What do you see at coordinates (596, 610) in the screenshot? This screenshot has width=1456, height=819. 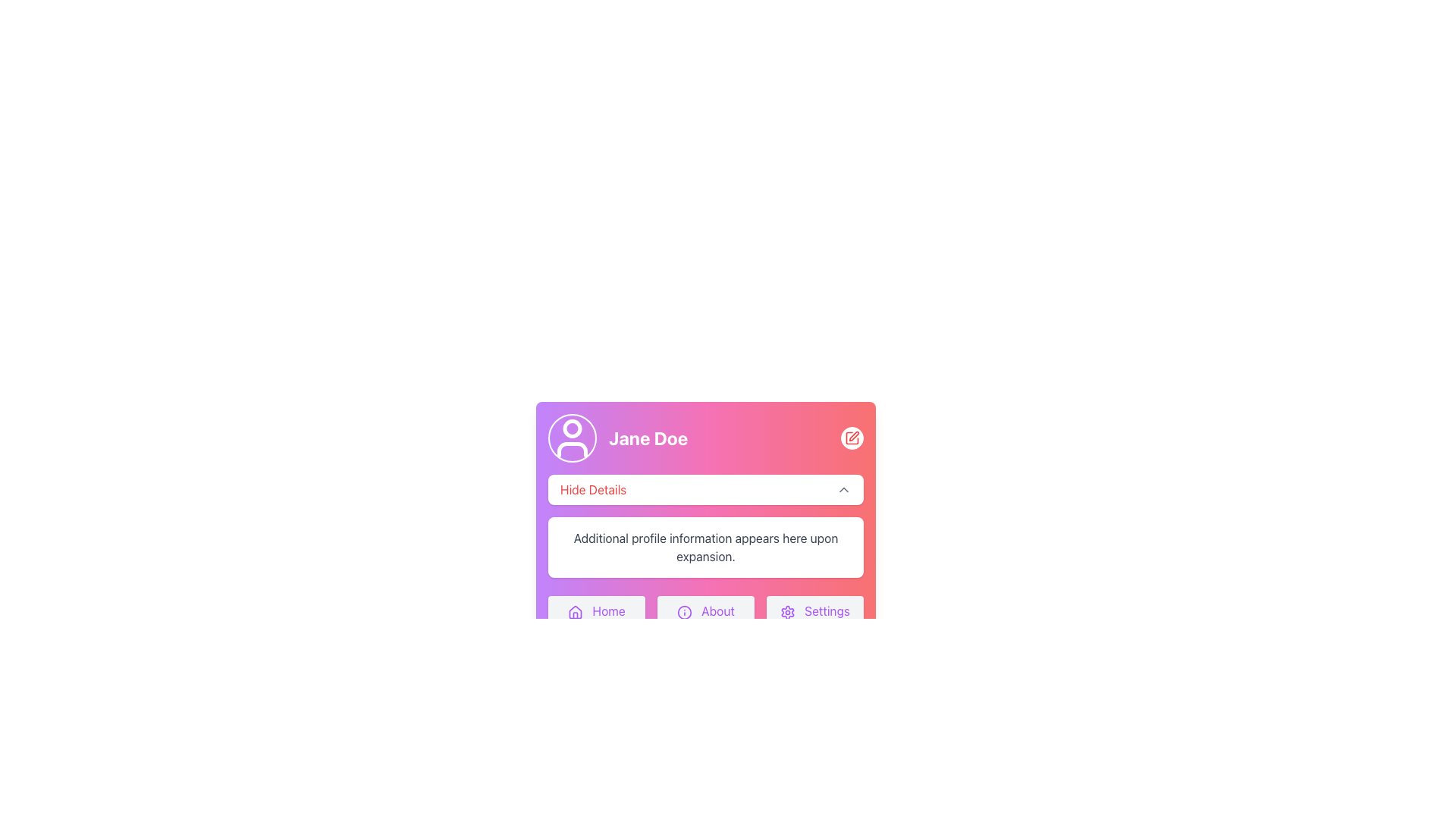 I see `the 'Home' button, which is the first button in a row of three buttons located at the bottom section of a profile card, featuring a purple house icon and the text 'Home' in purple` at bounding box center [596, 610].